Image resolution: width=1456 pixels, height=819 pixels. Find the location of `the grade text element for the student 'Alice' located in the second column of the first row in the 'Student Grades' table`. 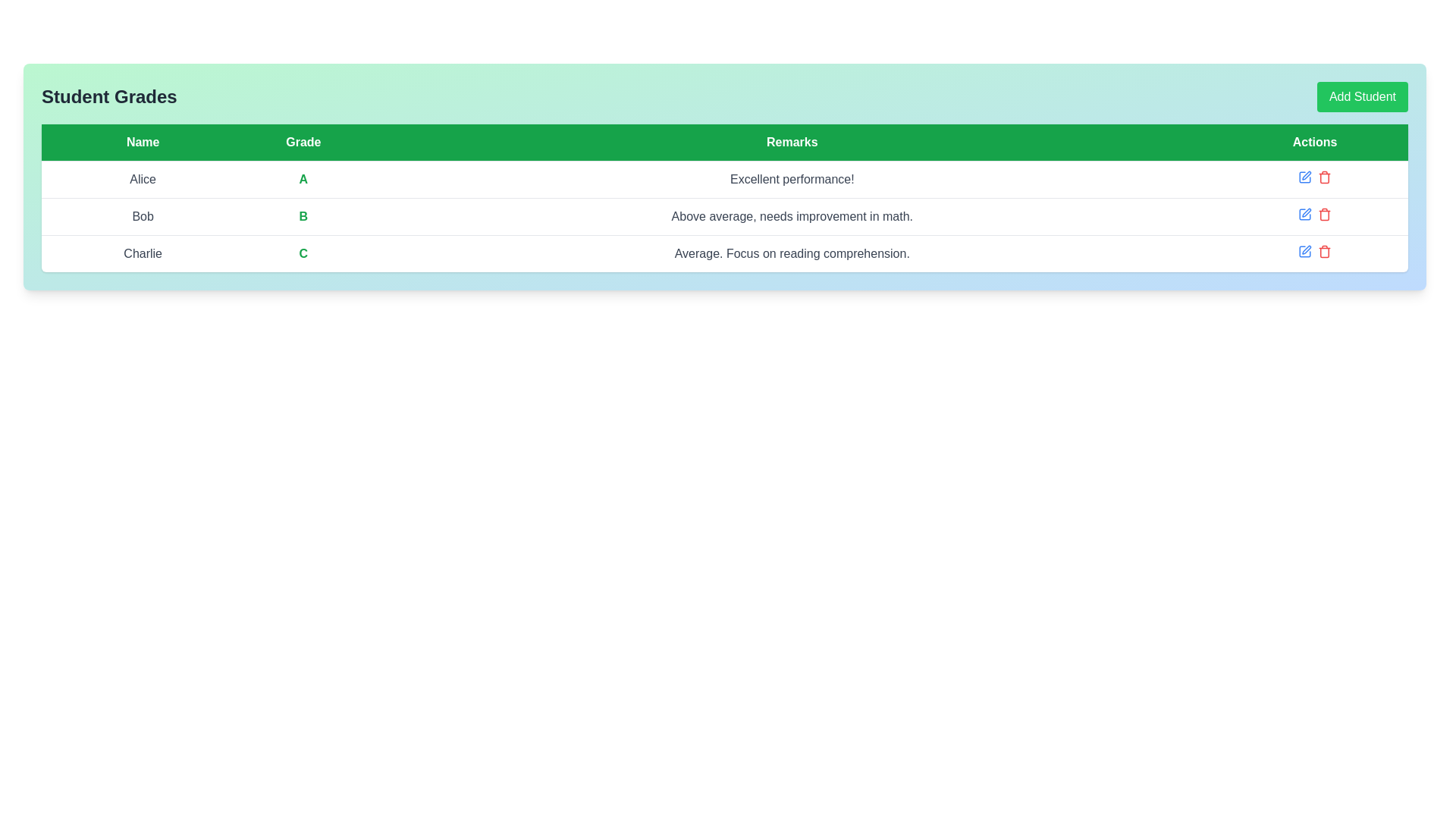

the grade text element for the student 'Alice' located in the second column of the first row in the 'Student Grades' table is located at coordinates (303, 178).